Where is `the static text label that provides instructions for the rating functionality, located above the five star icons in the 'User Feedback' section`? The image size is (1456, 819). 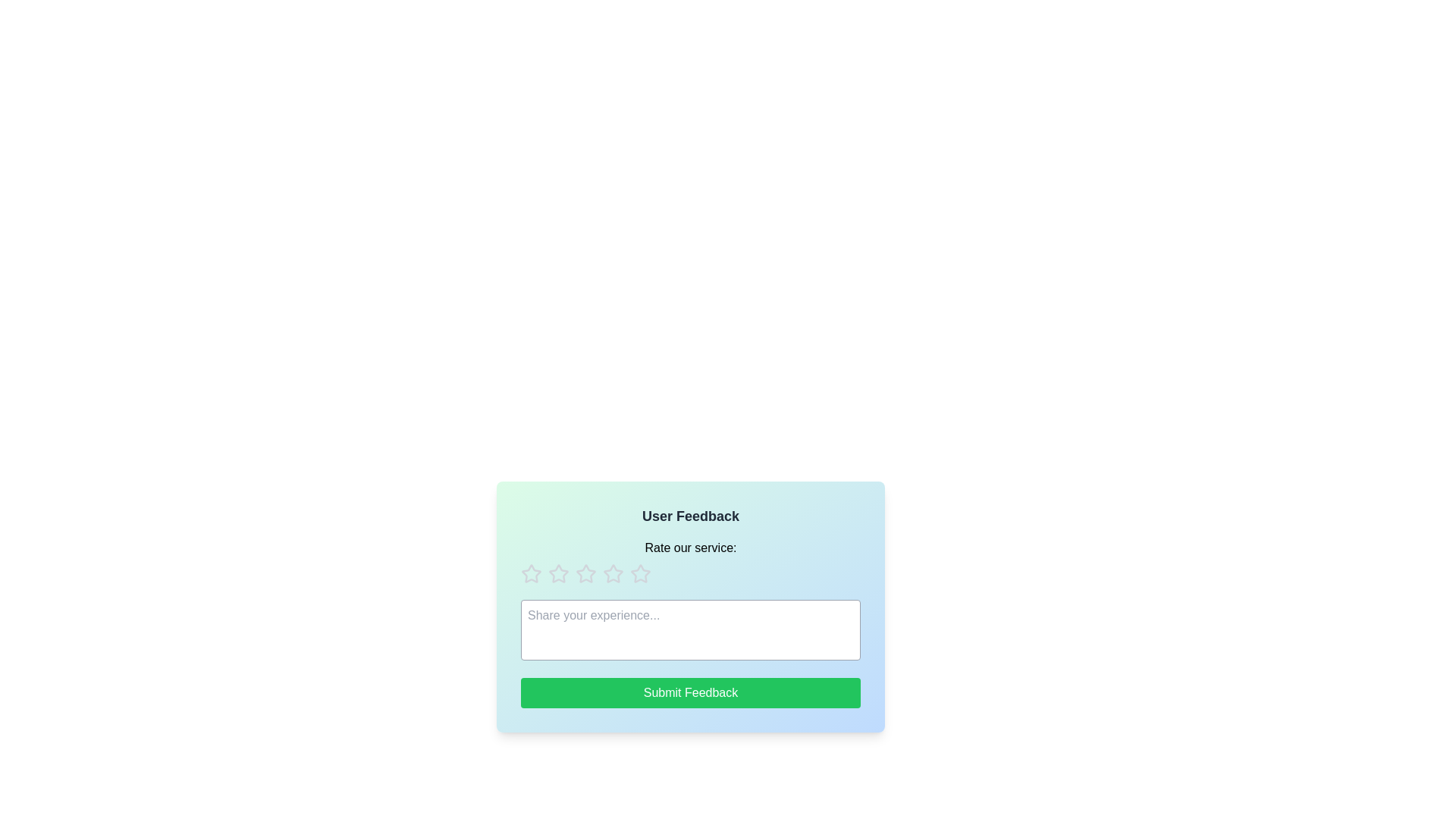
the static text label that provides instructions for the rating functionality, located above the five star icons in the 'User Feedback' section is located at coordinates (690, 548).